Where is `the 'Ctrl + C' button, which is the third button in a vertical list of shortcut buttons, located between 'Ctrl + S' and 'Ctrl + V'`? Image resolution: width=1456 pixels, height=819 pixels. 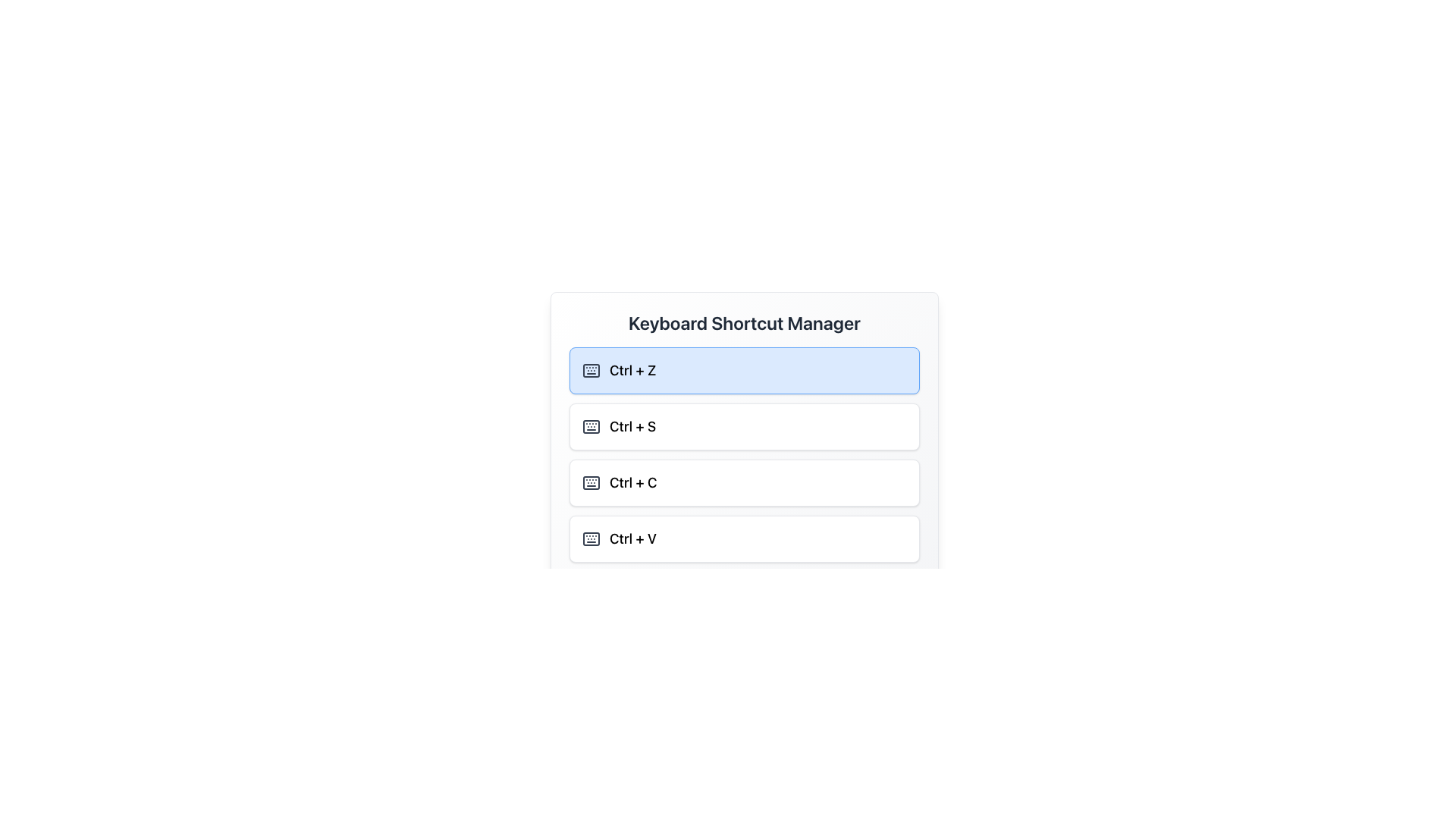
the 'Ctrl + C' button, which is the third button in a vertical list of shortcut buttons, located between 'Ctrl + S' and 'Ctrl + V' is located at coordinates (745, 482).